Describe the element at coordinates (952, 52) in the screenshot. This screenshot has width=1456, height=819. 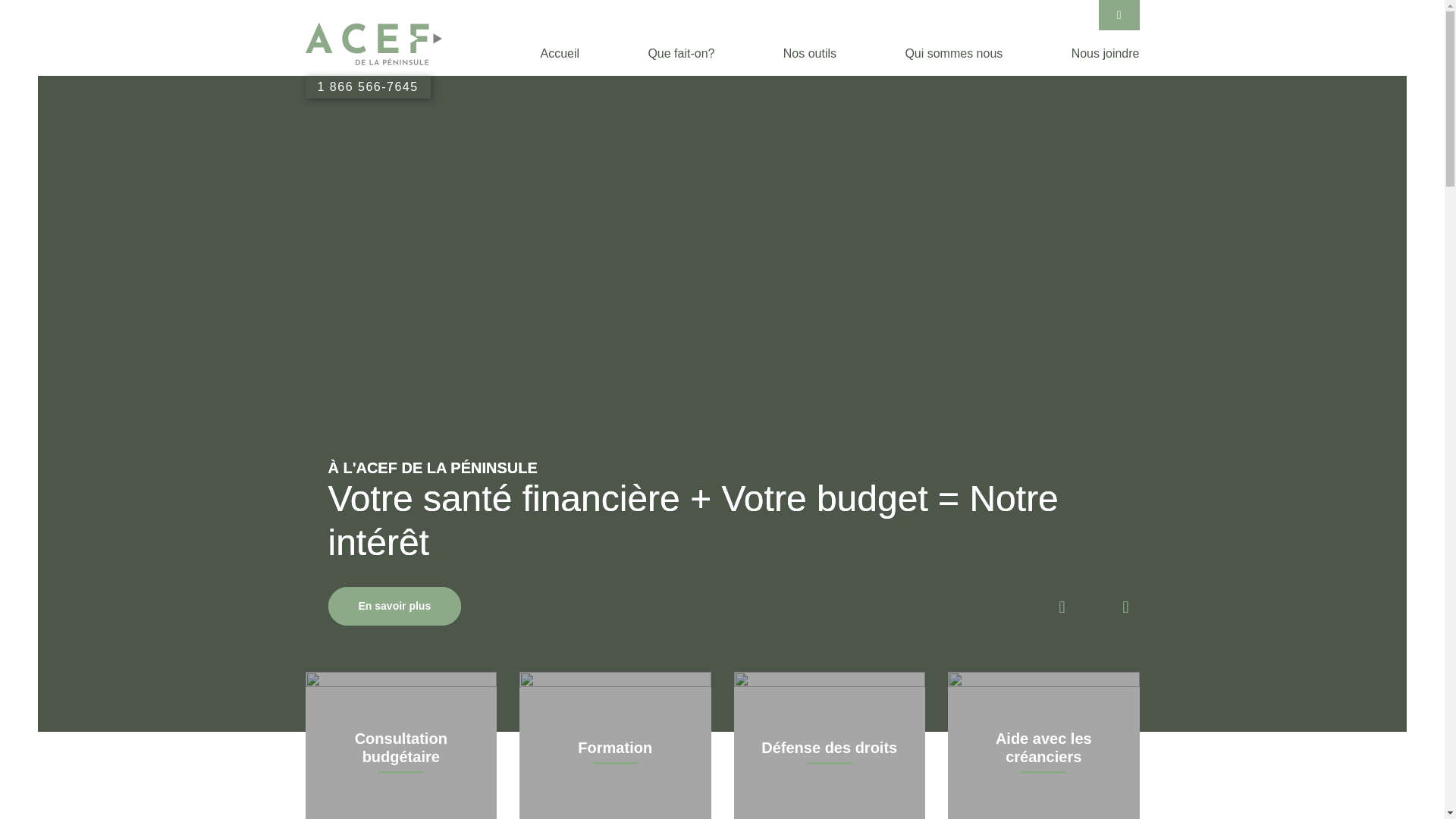
I see `'Qui sommes nous'` at that location.